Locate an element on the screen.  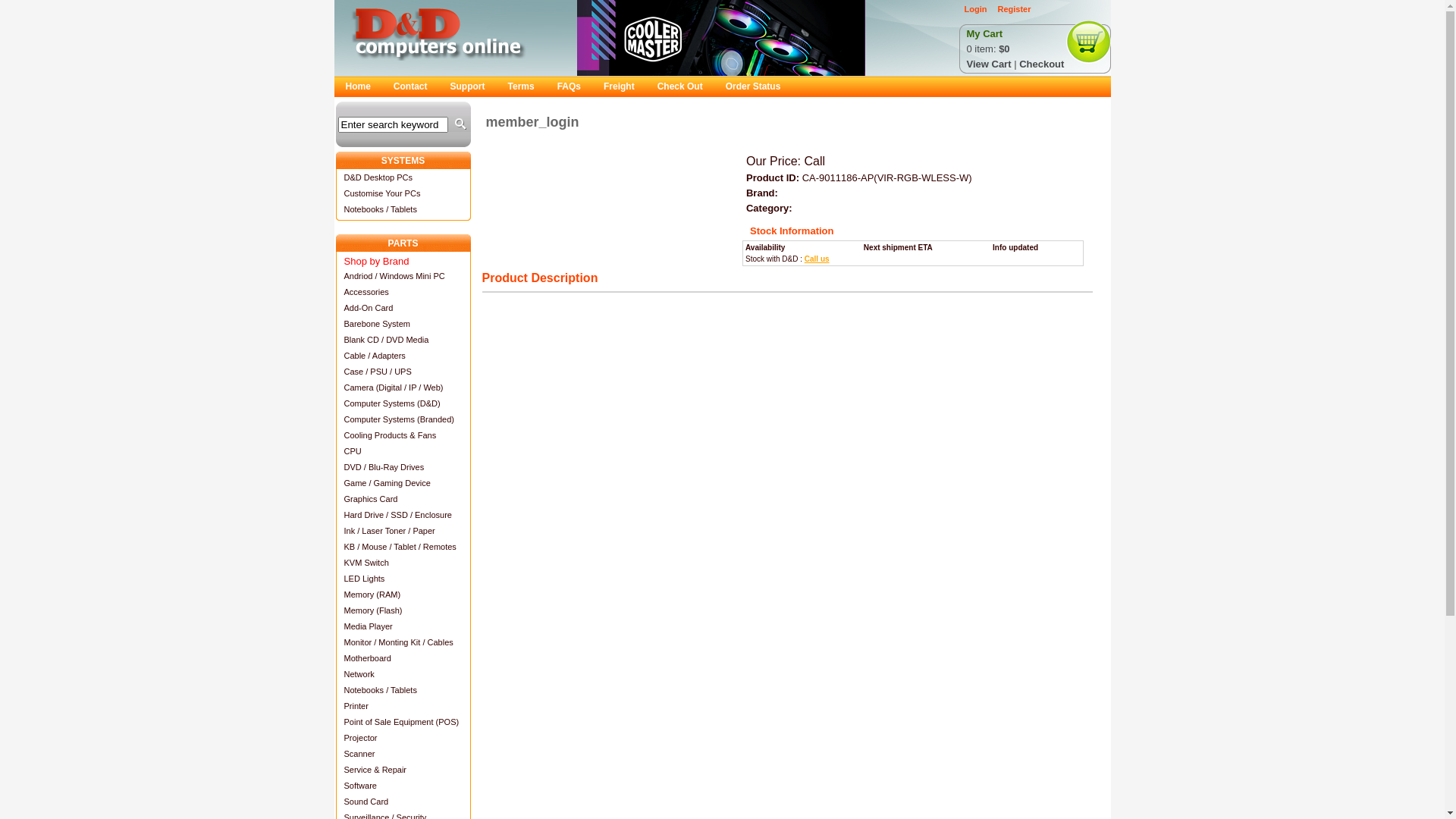
'Shop by Brand' is located at coordinates (403, 259).